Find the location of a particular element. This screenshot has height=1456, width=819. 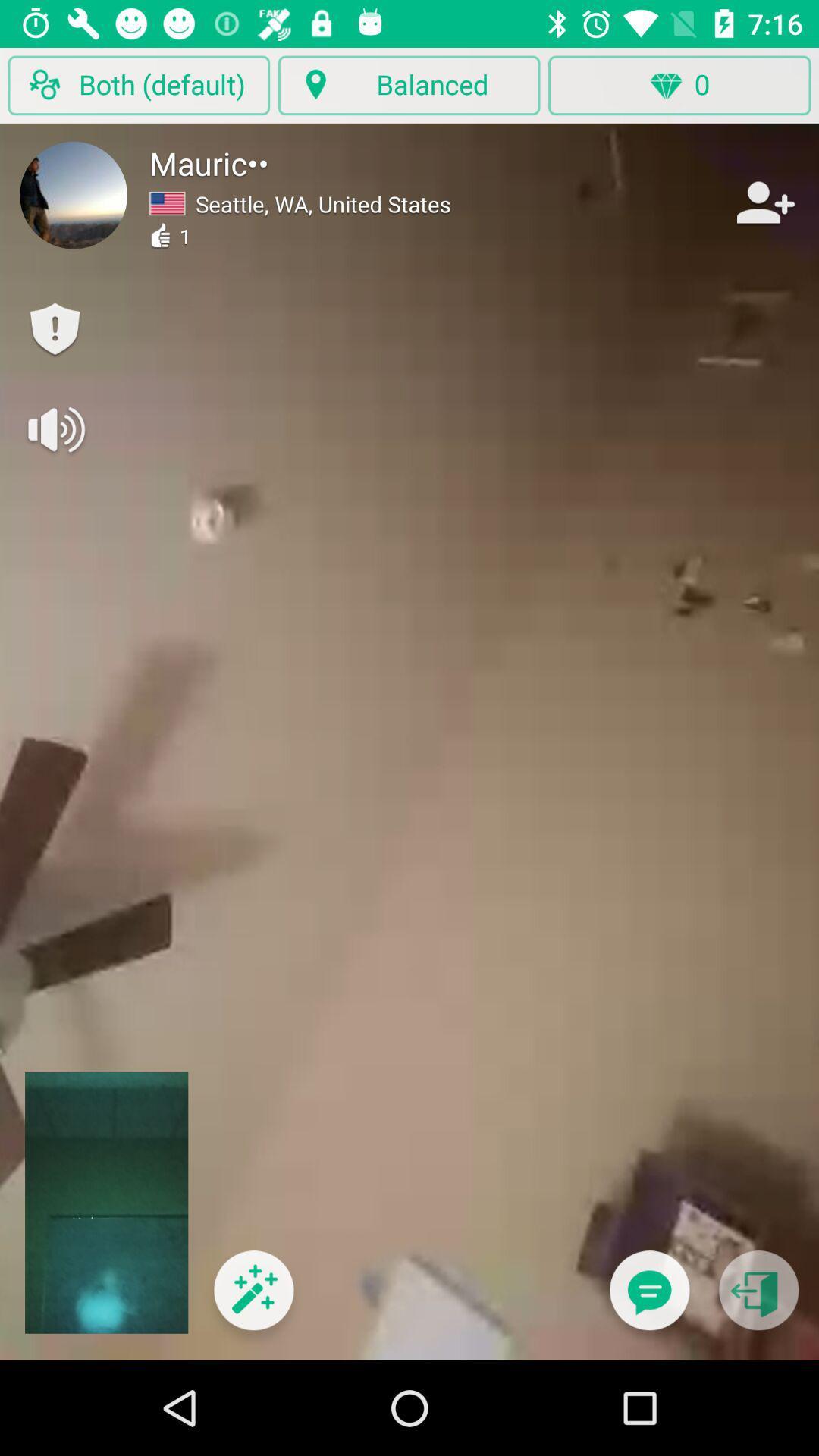

see profile is located at coordinates (74, 194).